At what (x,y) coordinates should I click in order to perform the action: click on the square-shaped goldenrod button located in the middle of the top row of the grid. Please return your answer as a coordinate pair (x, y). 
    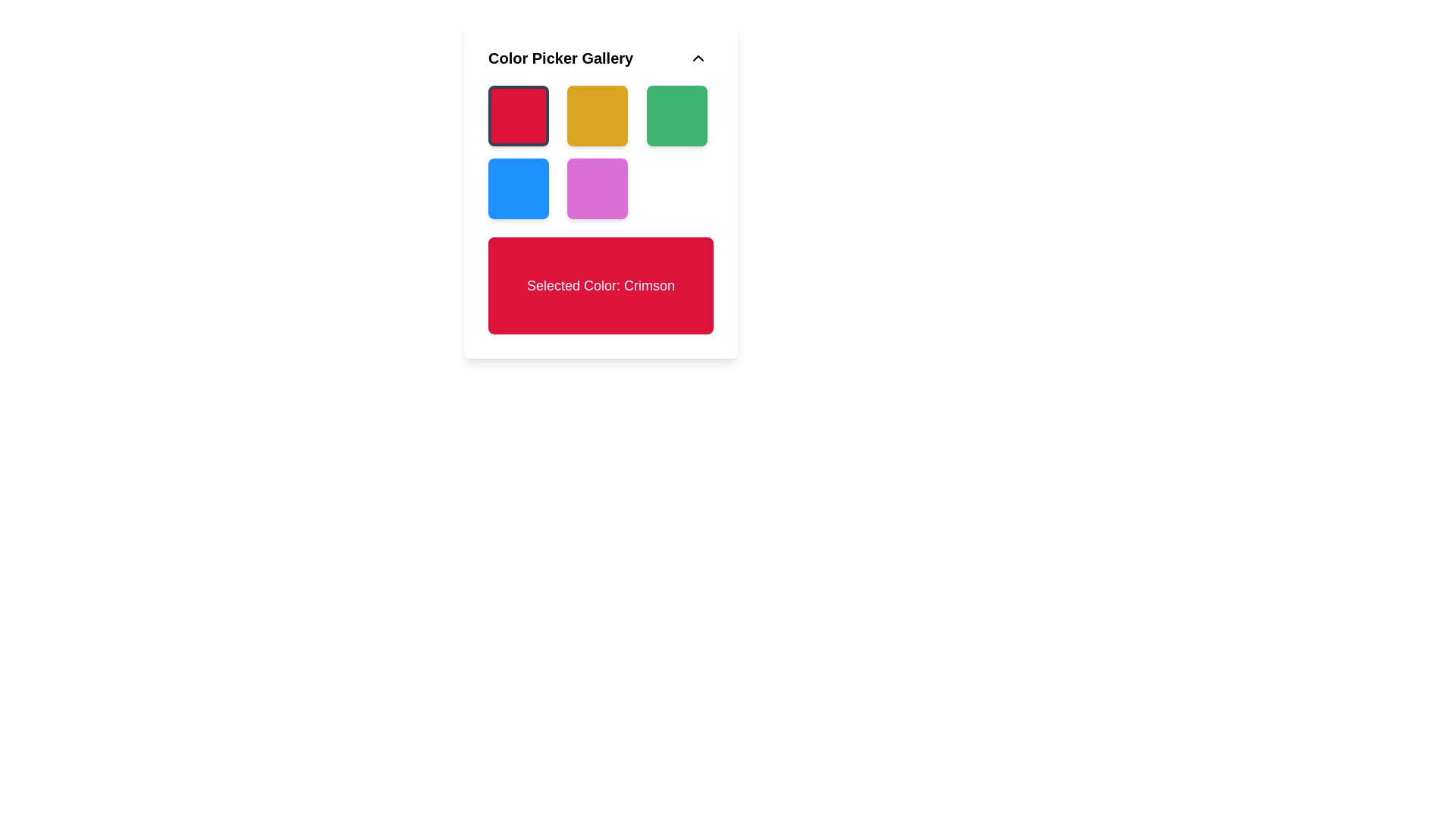
    Looking at the image, I should click on (597, 115).